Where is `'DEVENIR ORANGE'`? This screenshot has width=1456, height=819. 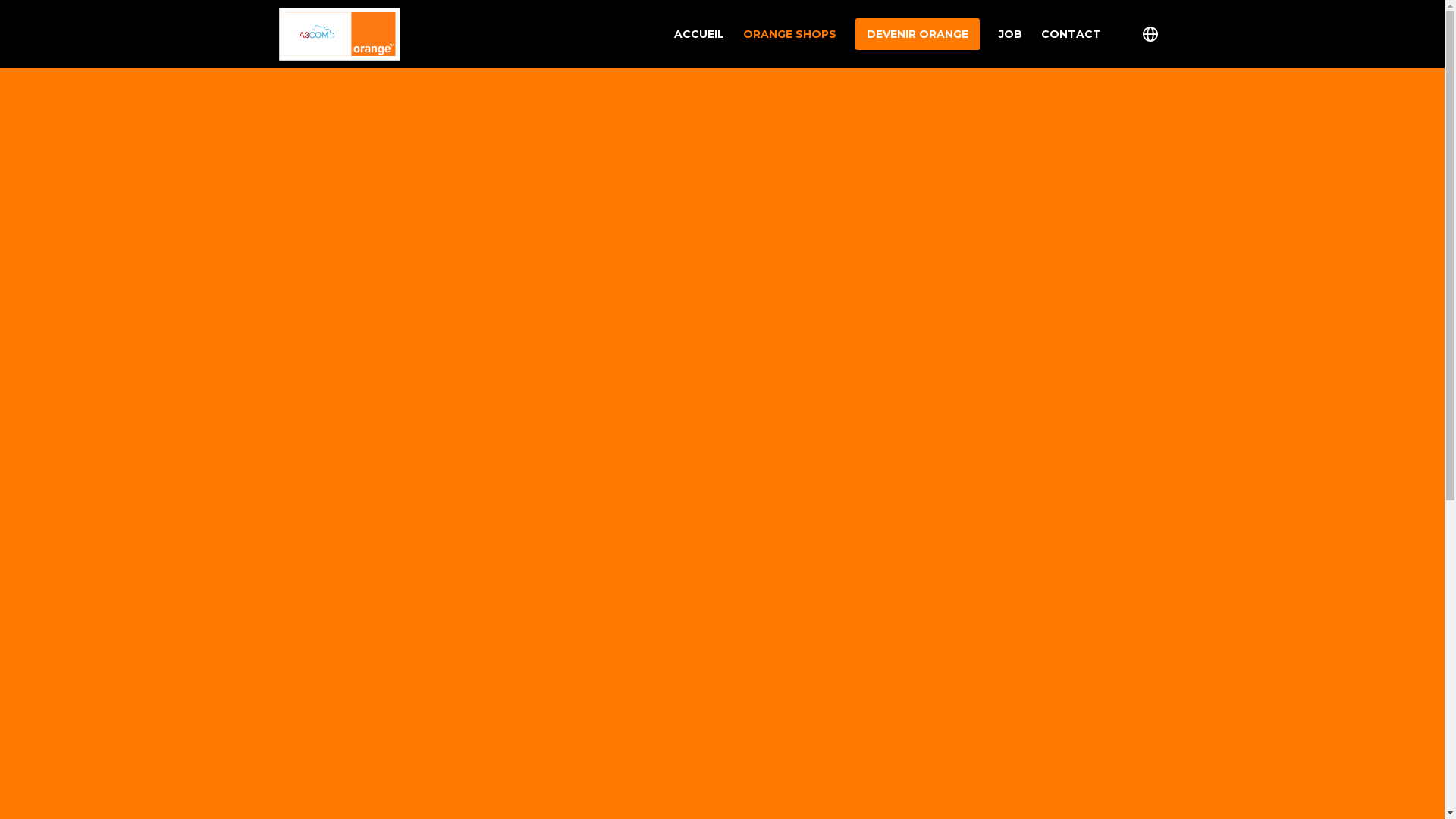
'DEVENIR ORANGE' is located at coordinates (908, 34).